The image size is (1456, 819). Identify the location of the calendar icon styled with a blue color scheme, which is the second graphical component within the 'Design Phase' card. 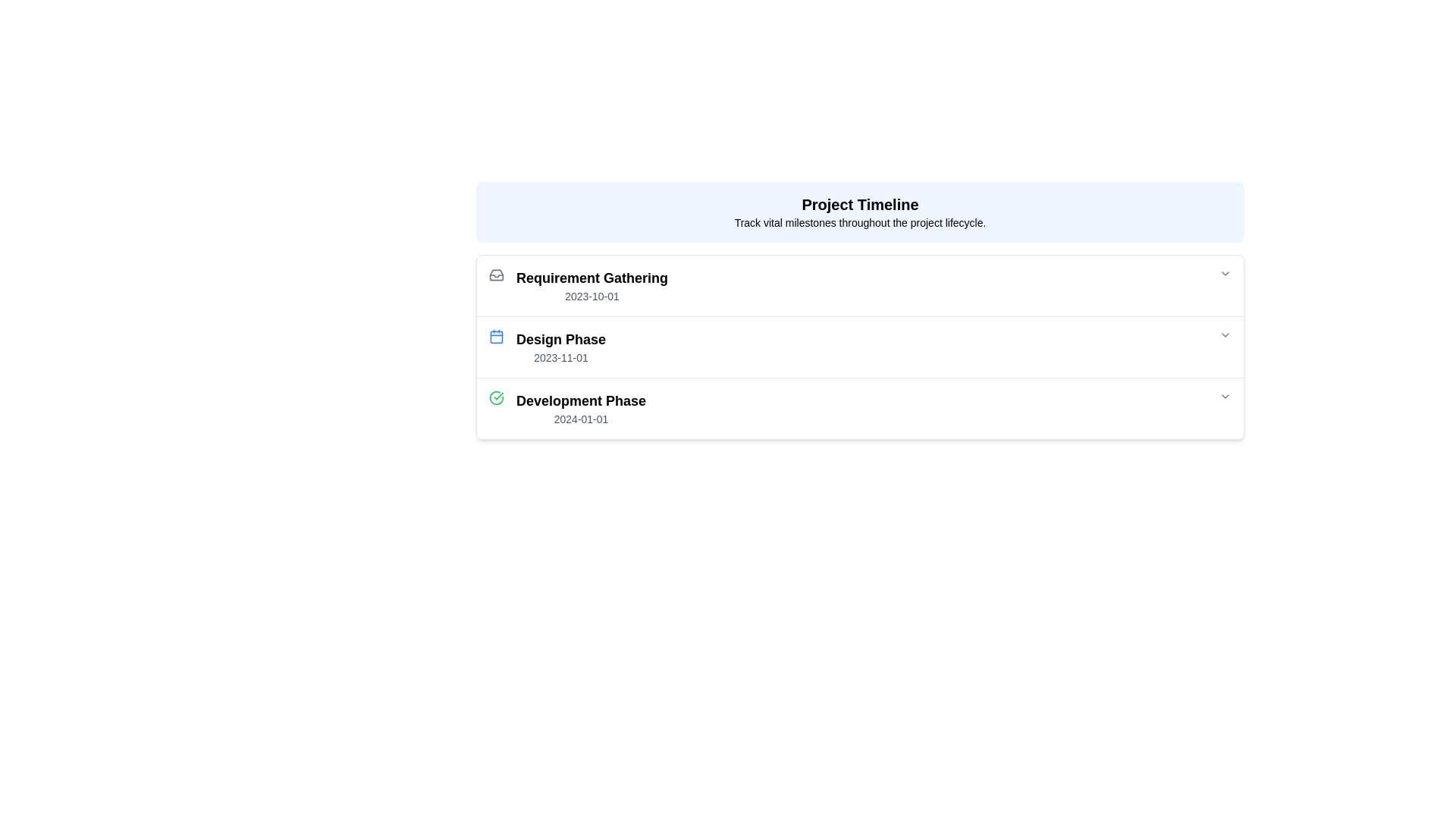
(496, 335).